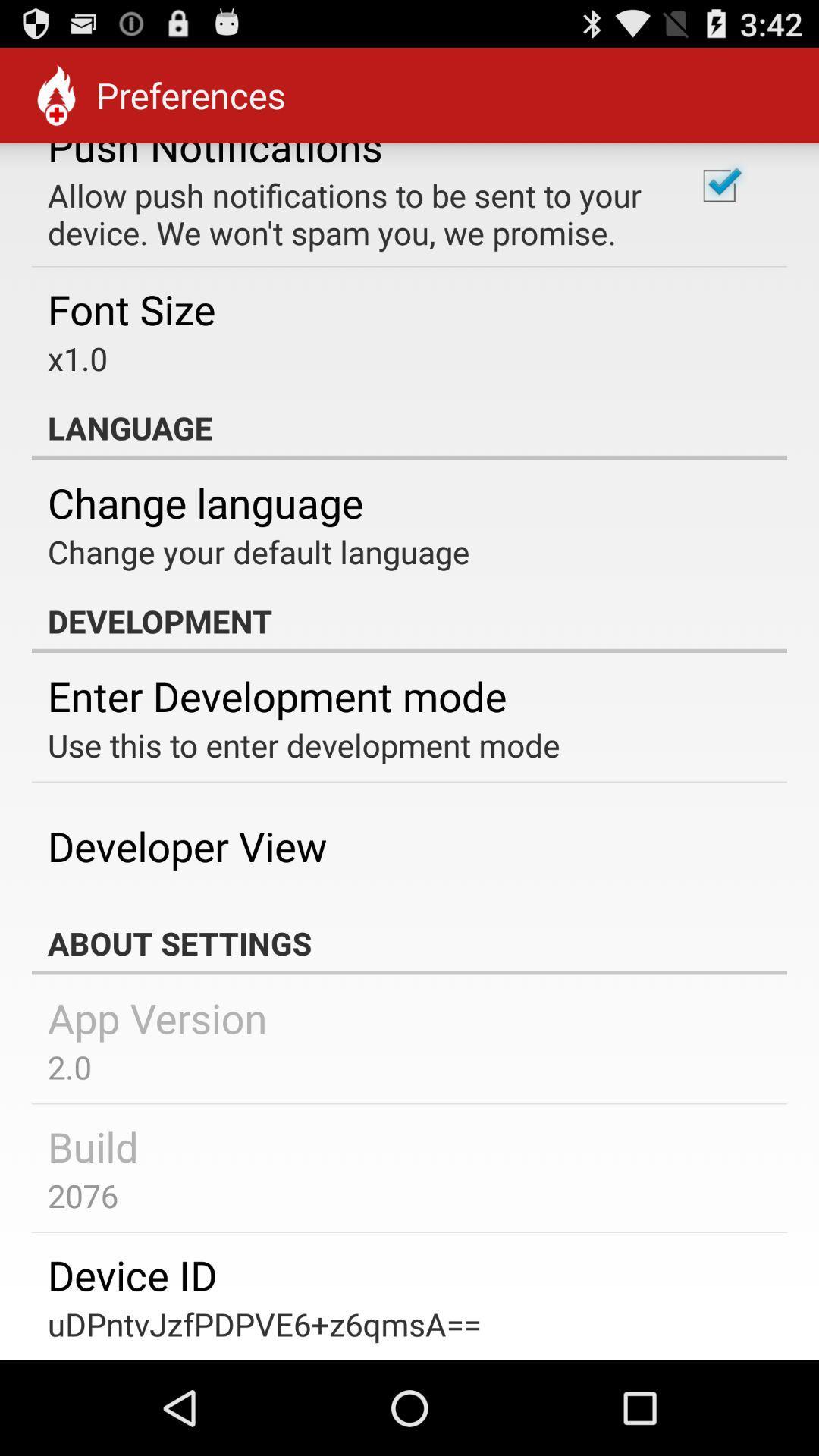 The width and height of the screenshot is (819, 1456). Describe the element at coordinates (131, 1274) in the screenshot. I see `device id icon` at that location.